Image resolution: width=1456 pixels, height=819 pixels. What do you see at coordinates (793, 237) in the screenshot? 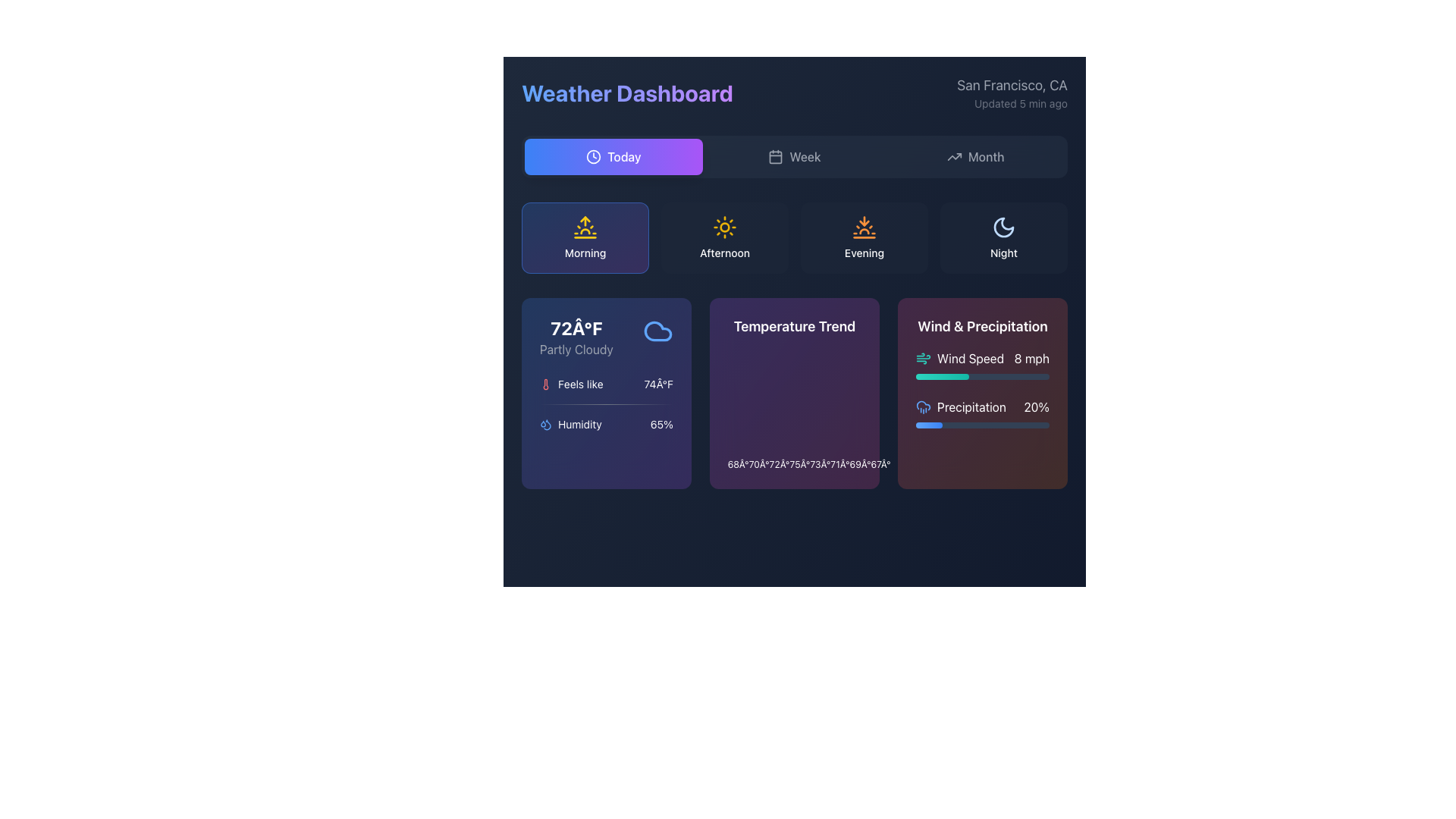
I see `the 'Evening' tab in the weather dashboard` at bounding box center [793, 237].